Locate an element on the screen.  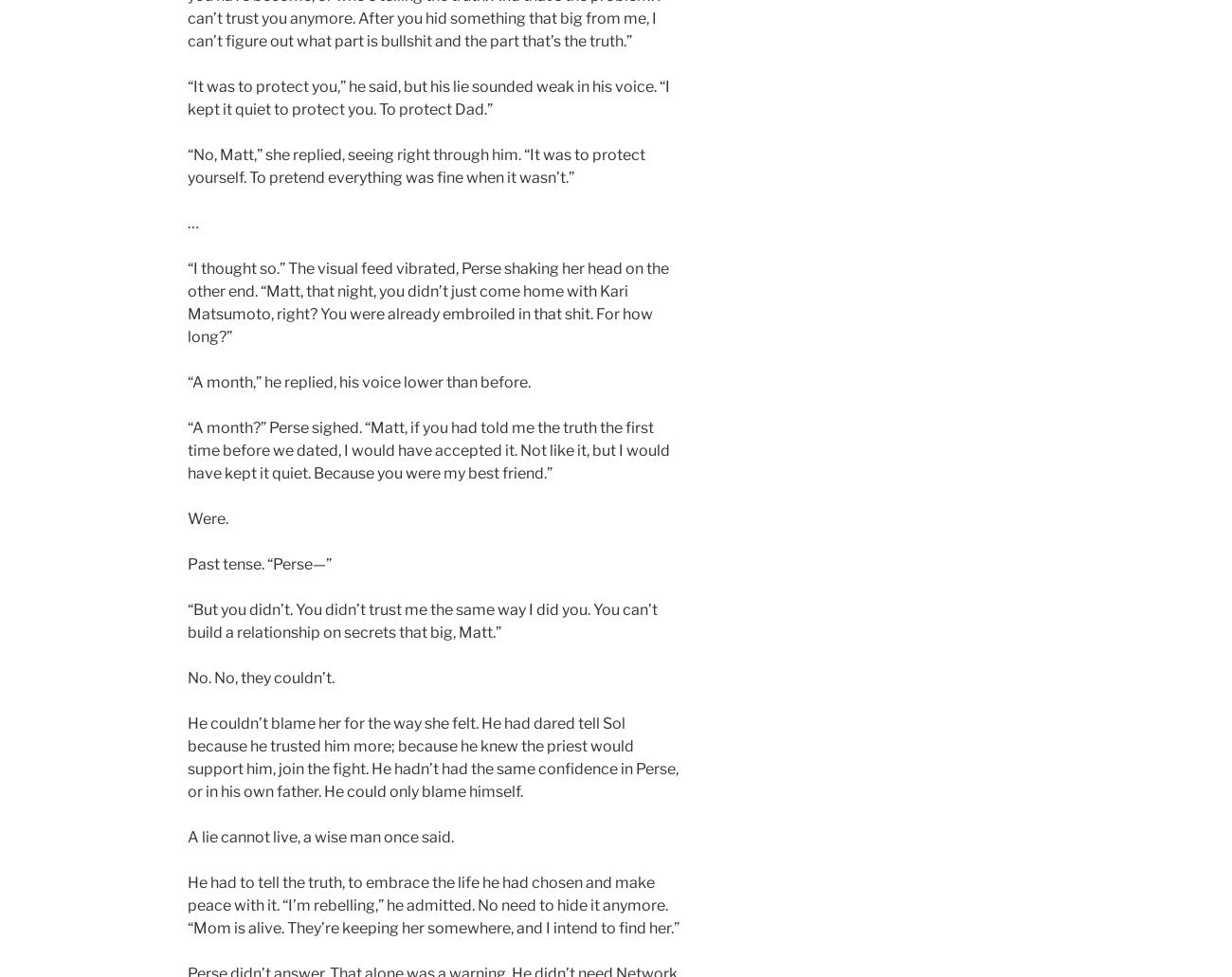
'He had to tell the truth, to embrace the life he had chosen and make peace with it. “I’m rebelling,” he admitted. No need to hide it anymore. “Mom is alive. They’re keeping her somewhere, and I intend to find her.”' is located at coordinates (432, 904).